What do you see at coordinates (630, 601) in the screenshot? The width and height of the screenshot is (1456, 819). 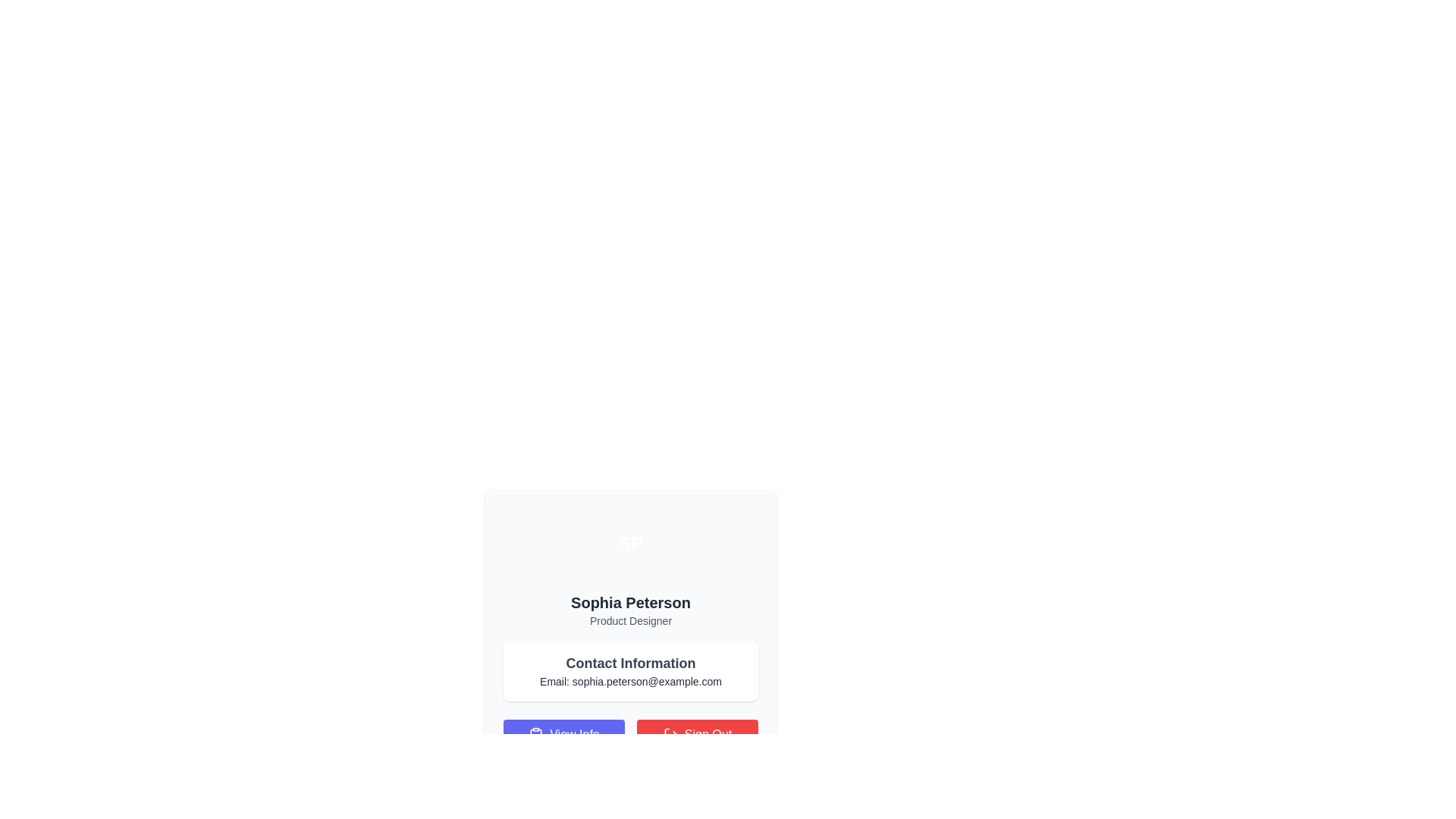 I see `the text display element showing the name 'Sophia Peterson', which is bold, extra-large, and dark gray, located within the user profile card, directly below the avatar labeled 'SP' and above the role designation 'Product Designer'` at bounding box center [630, 601].